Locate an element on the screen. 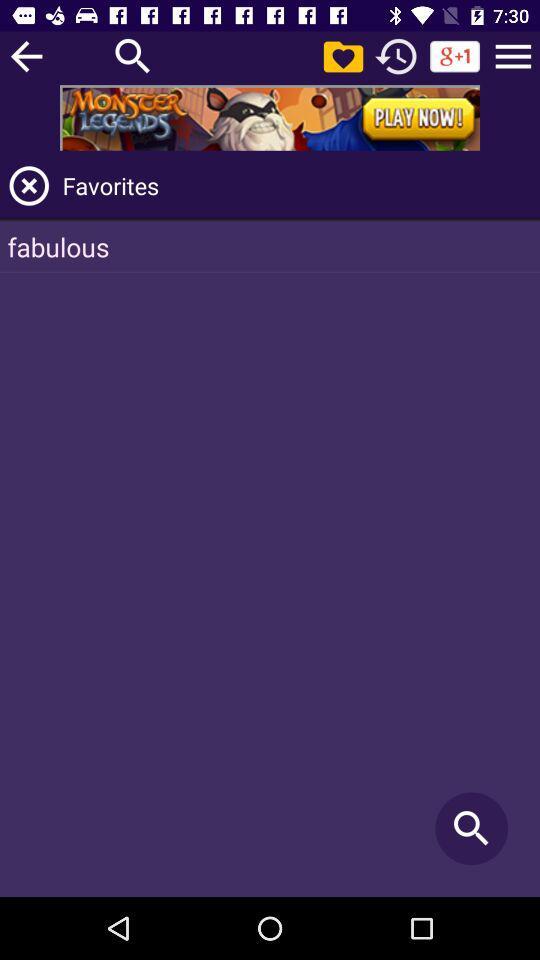 The height and width of the screenshot is (960, 540). see the menu is located at coordinates (513, 55).